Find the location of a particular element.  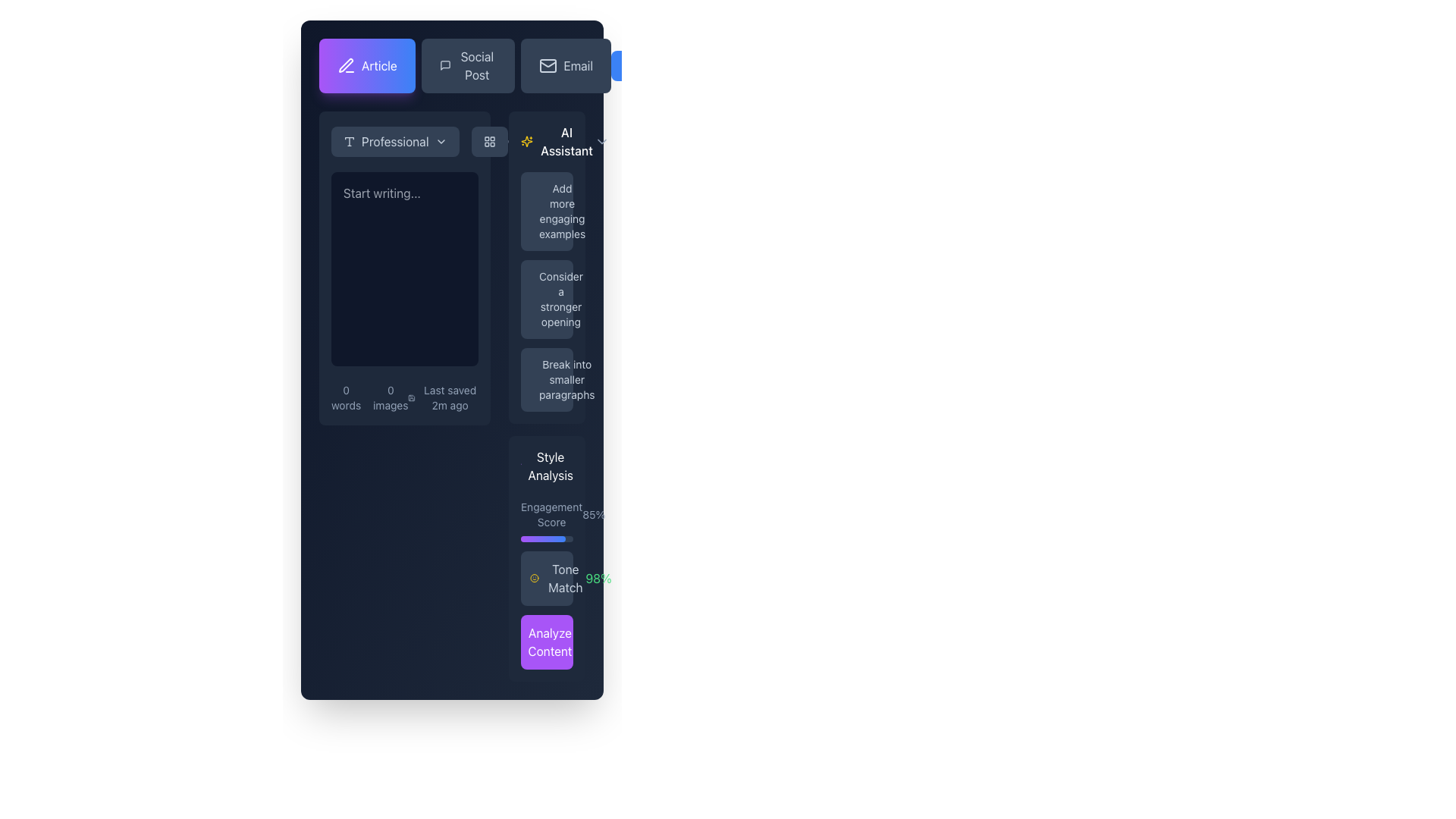

the analysis button located at the bottom of the vertical sidebar, below the sections 'Style Analysis,' 'Engagement Score,' and 'Tone Match' is located at coordinates (549, 642).